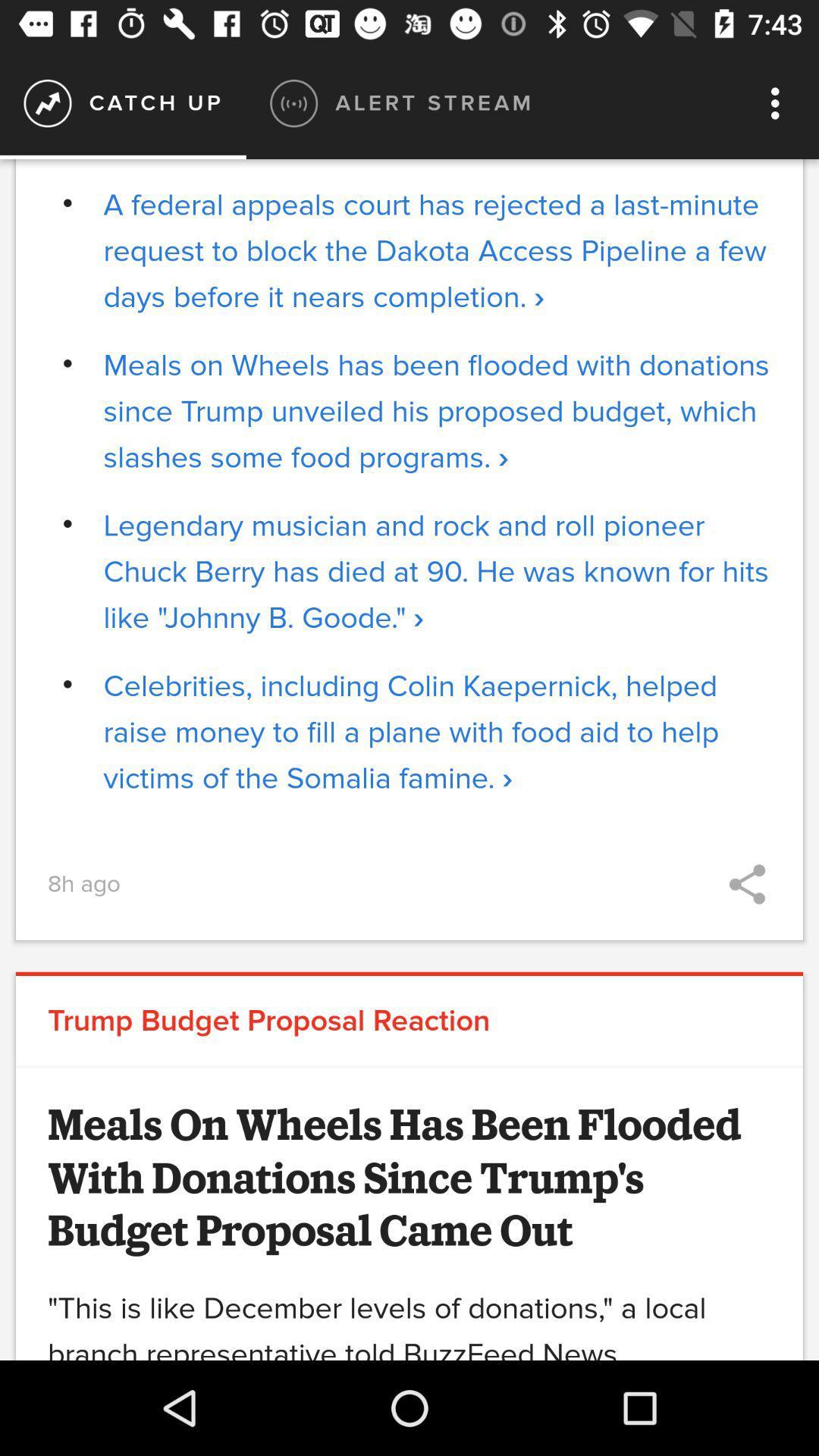  What do you see at coordinates (779, 102) in the screenshot?
I see `the icon at the top right corner` at bounding box center [779, 102].